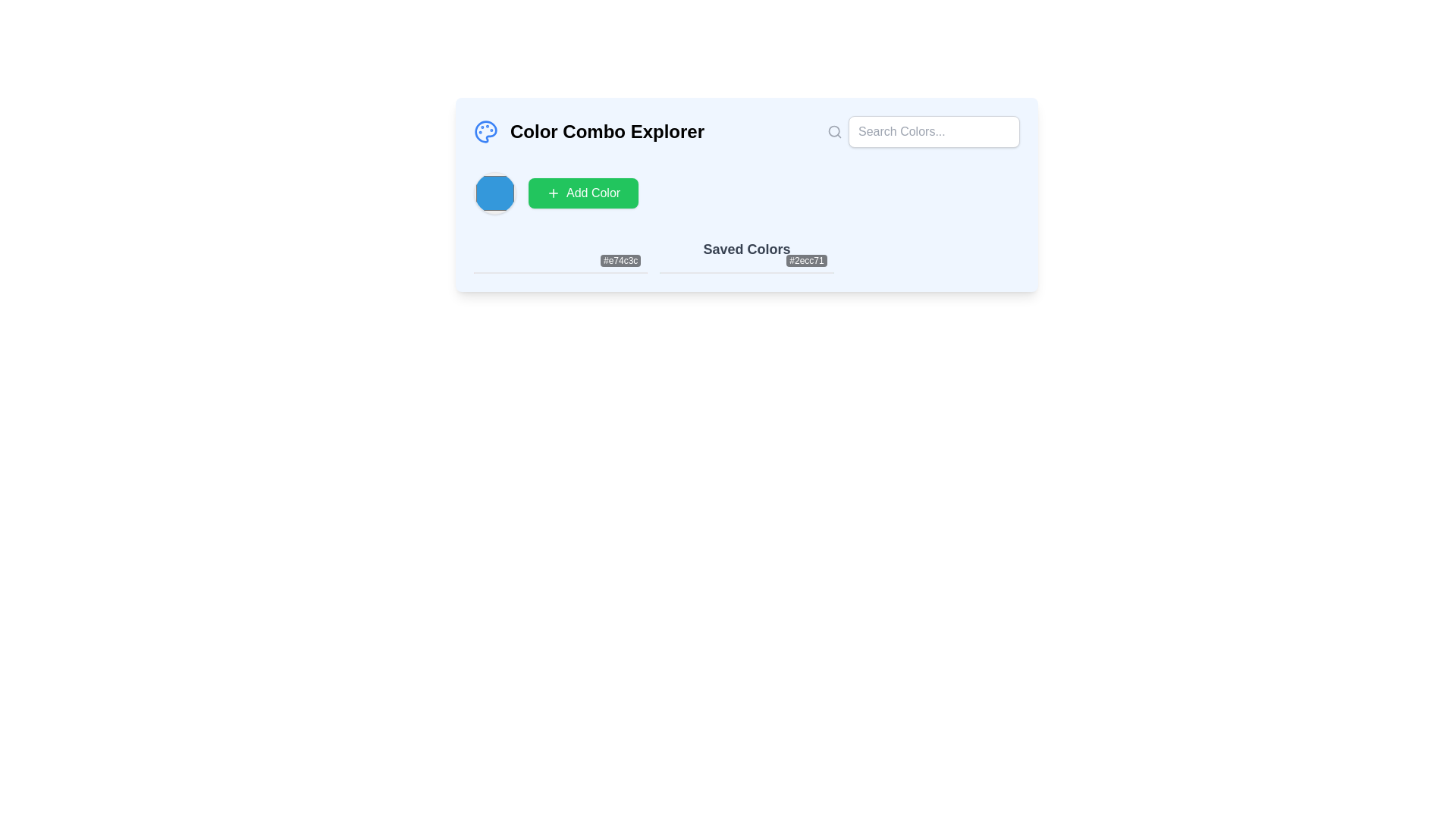  Describe the element at coordinates (923, 130) in the screenshot. I see `the Search bar located at the top-right corner of the 'Color Combo Explorer' header` at that location.